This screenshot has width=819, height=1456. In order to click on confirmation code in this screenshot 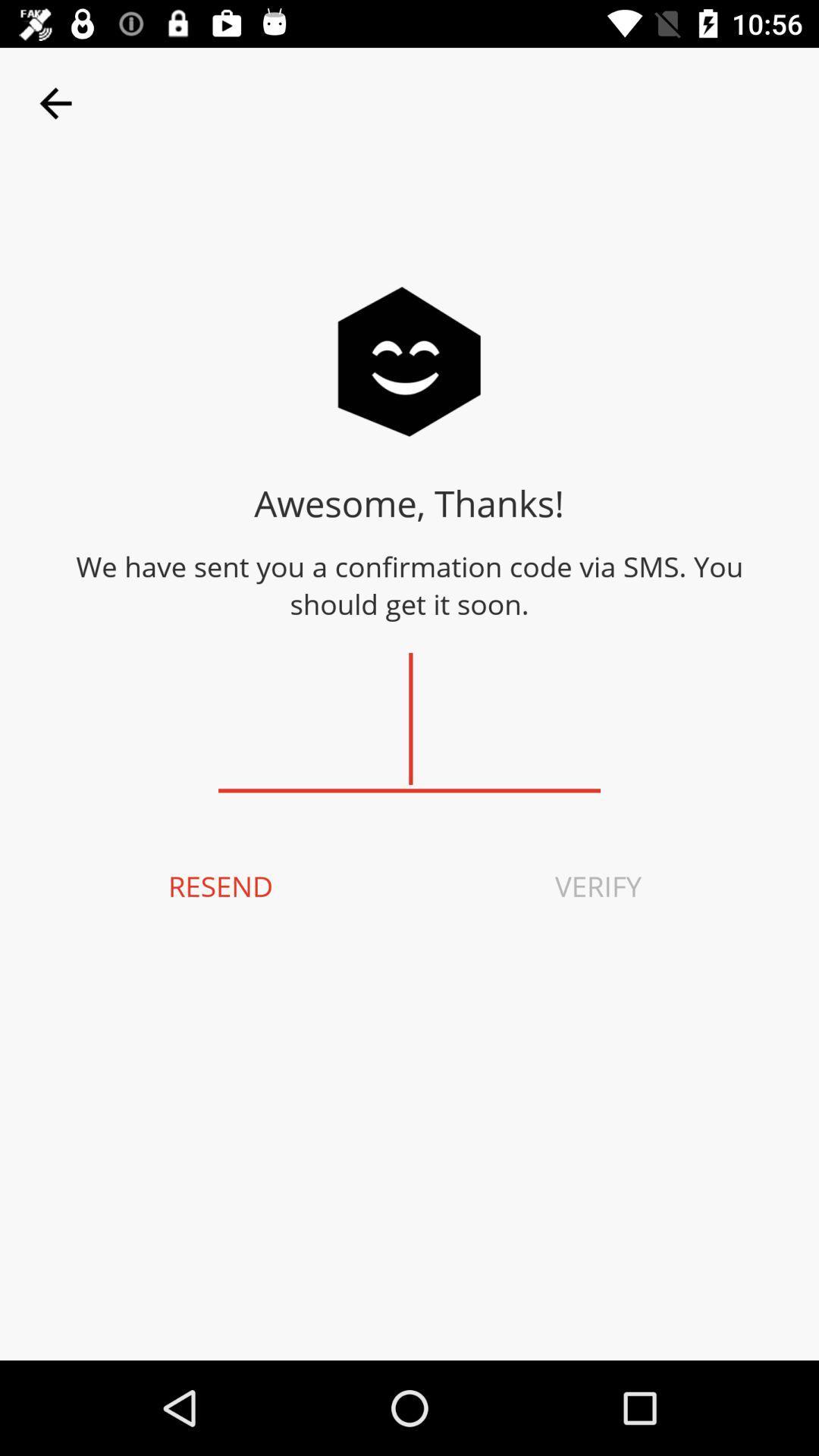, I will do `click(409, 719)`.